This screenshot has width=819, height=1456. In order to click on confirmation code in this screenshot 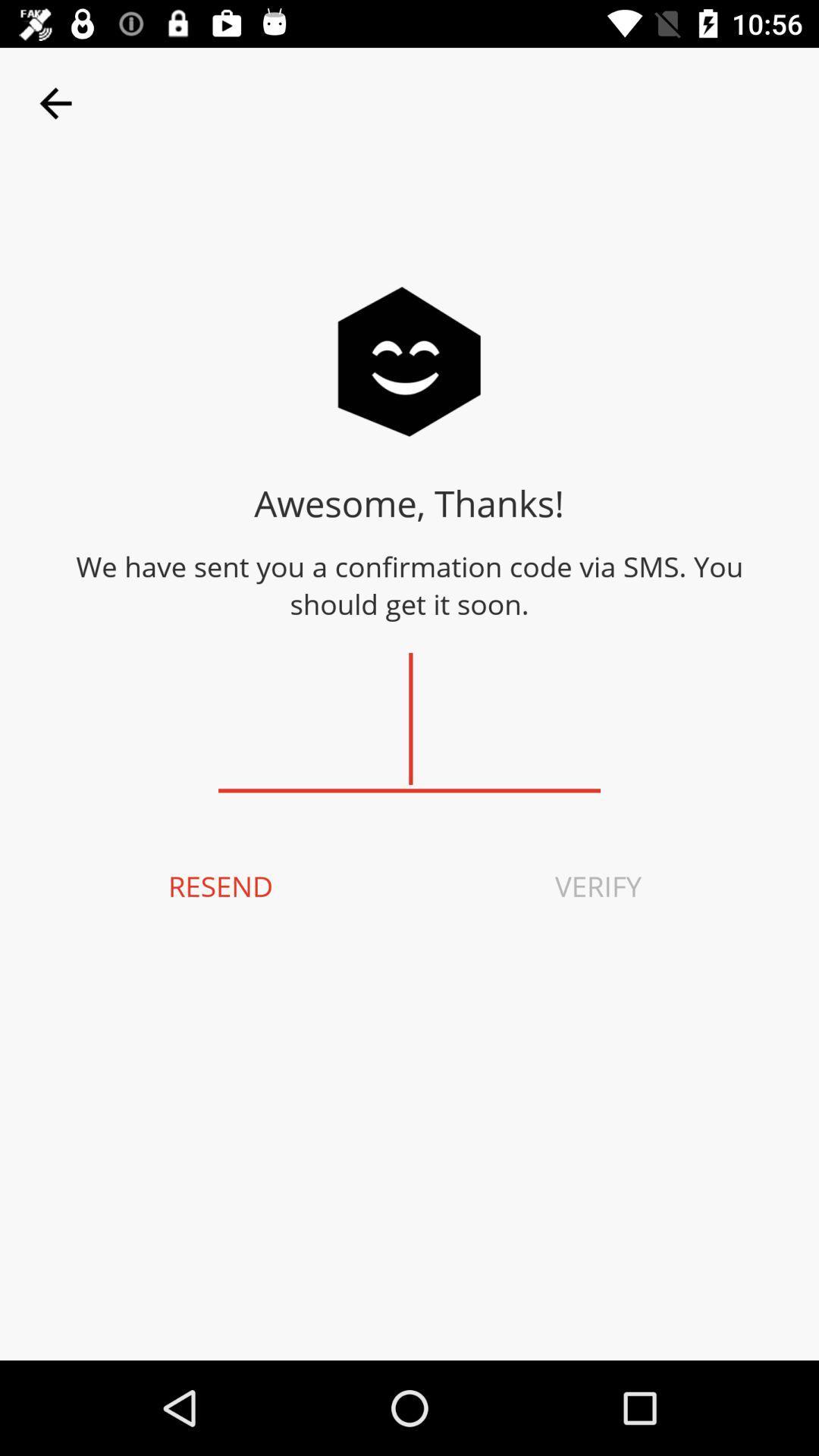, I will do `click(409, 719)`.